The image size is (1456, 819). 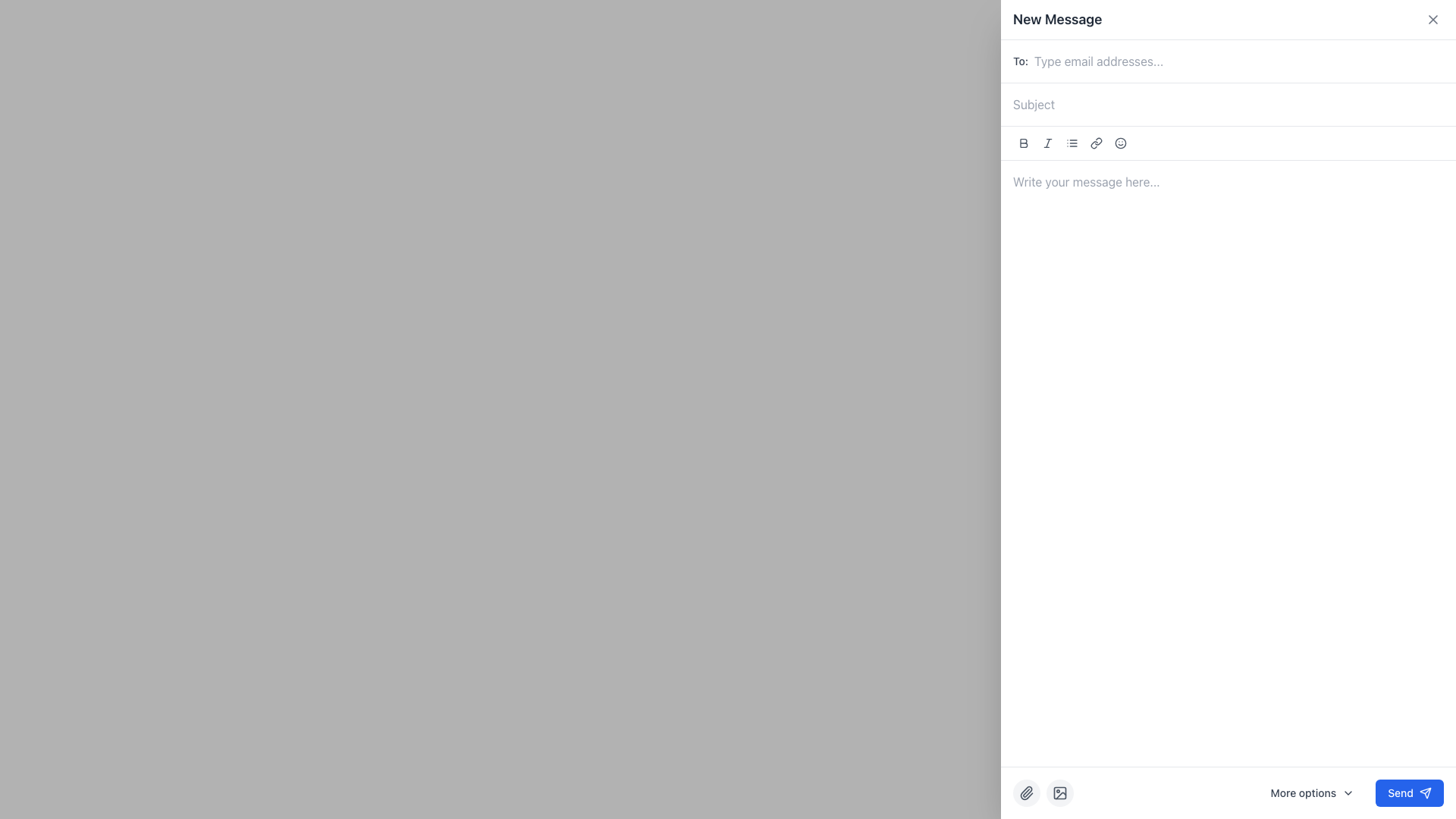 I want to click on the attachment icon button located at the bottom of the interface, slightly to the left of the center of the horizontal section, to attach files, so click(x=1026, y=792).